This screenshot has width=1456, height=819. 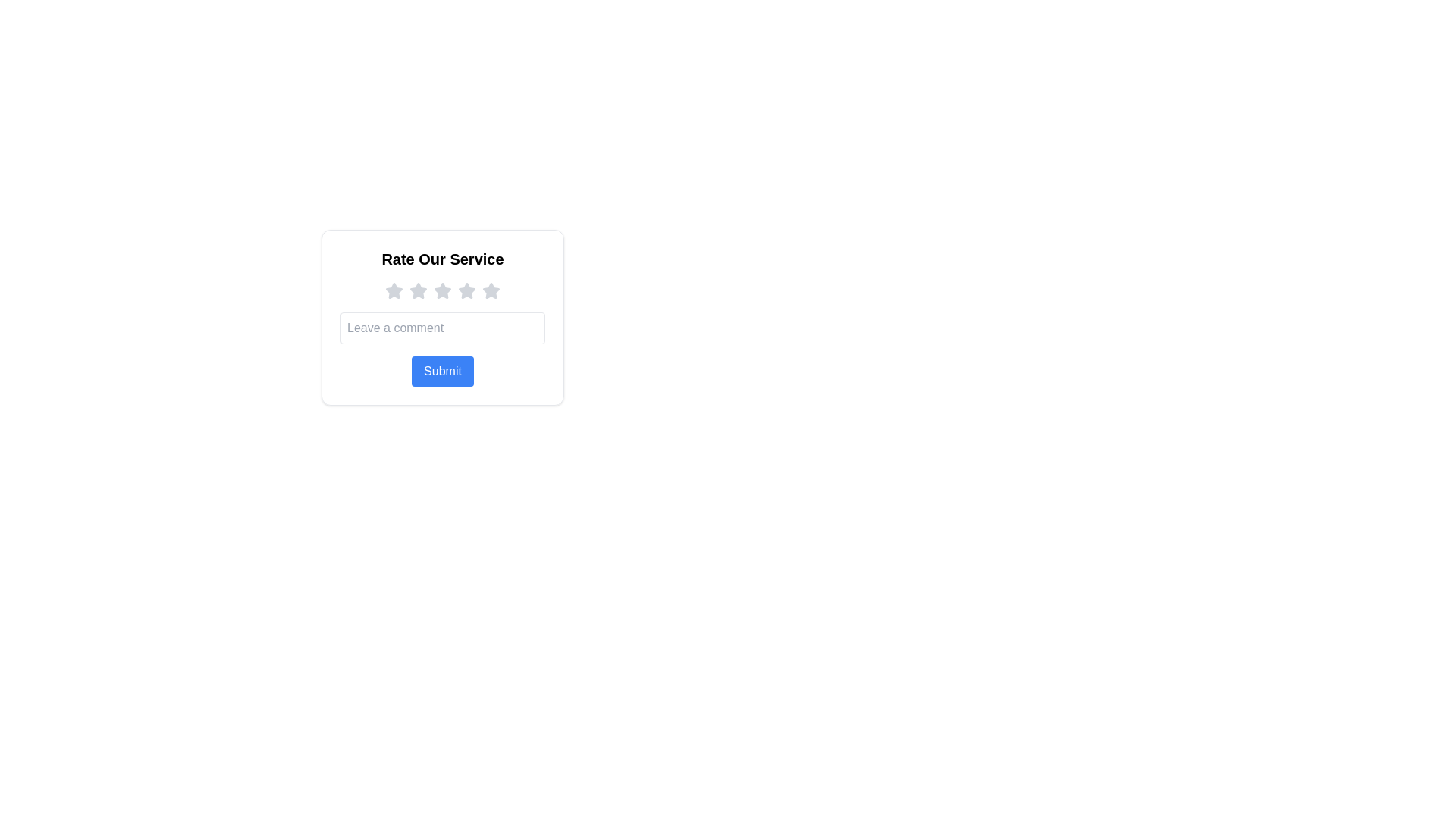 What do you see at coordinates (442, 259) in the screenshot?
I see `the Text label that serves as a title for the rating and feedback section, positioned at the top of the card layout` at bounding box center [442, 259].